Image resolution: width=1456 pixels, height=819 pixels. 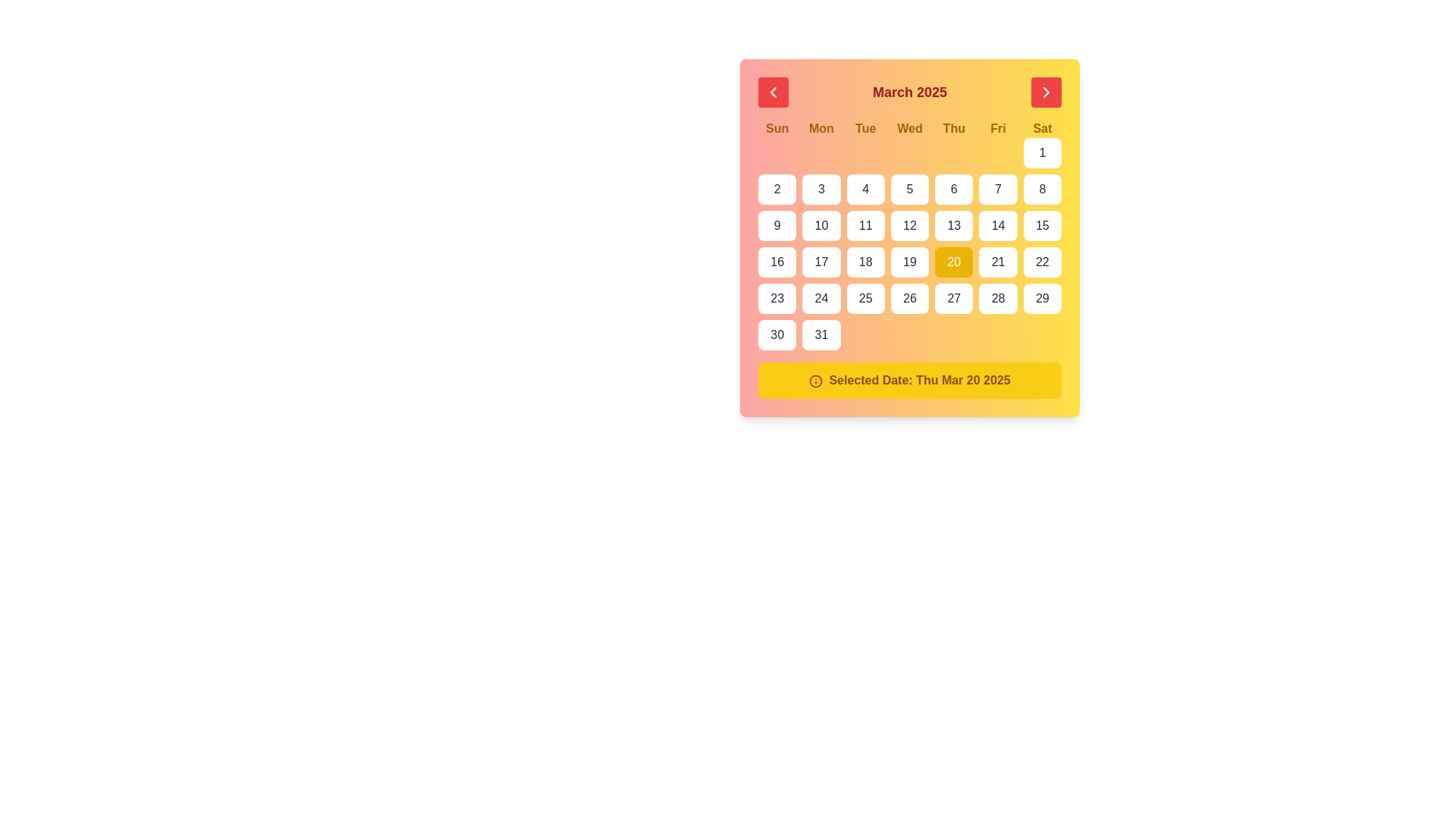 I want to click on the button representing the selectable date in the calendar located in the second row, seventh column of the grid, so click(x=1041, y=189).